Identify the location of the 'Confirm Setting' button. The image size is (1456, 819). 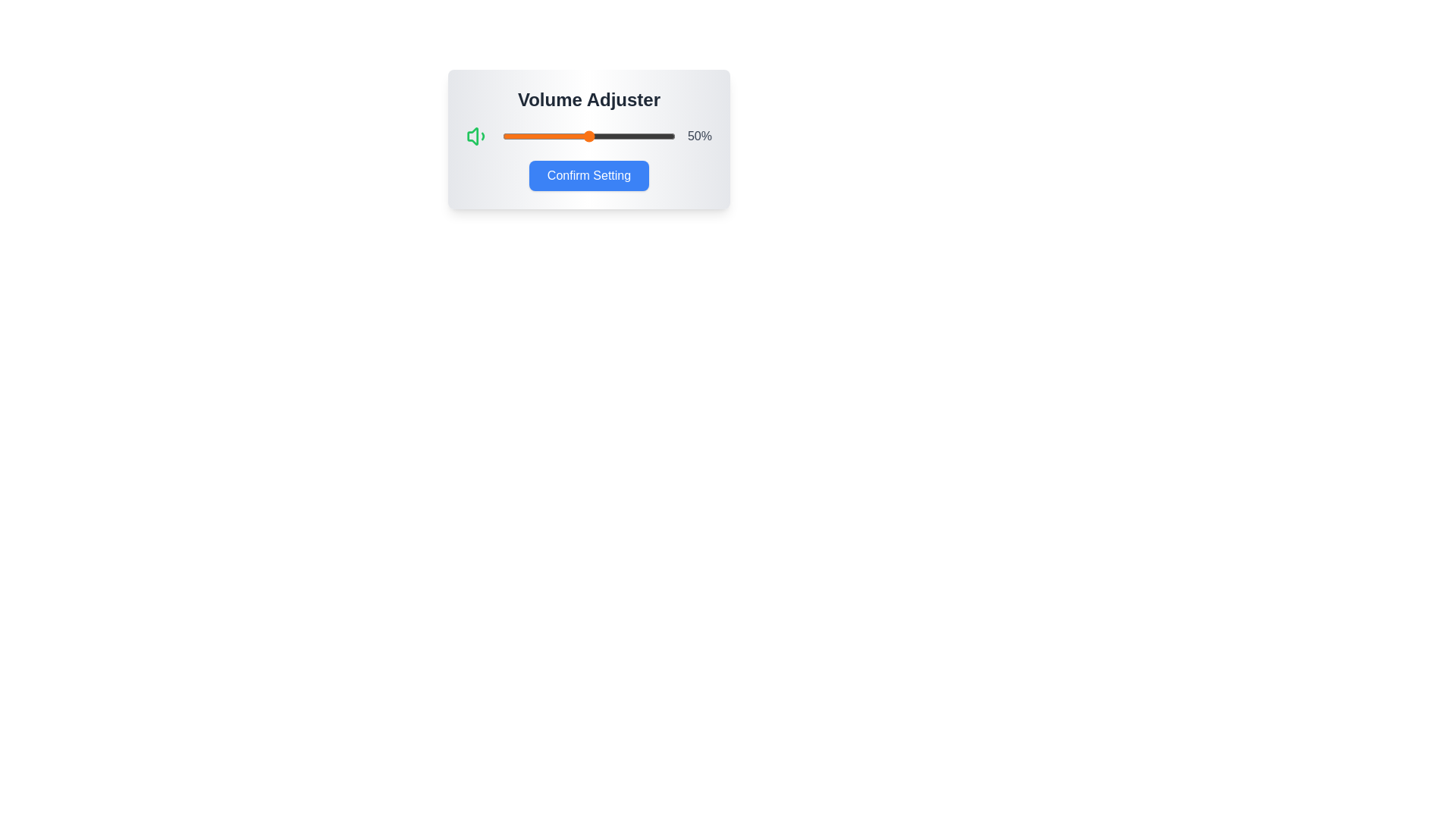
(588, 174).